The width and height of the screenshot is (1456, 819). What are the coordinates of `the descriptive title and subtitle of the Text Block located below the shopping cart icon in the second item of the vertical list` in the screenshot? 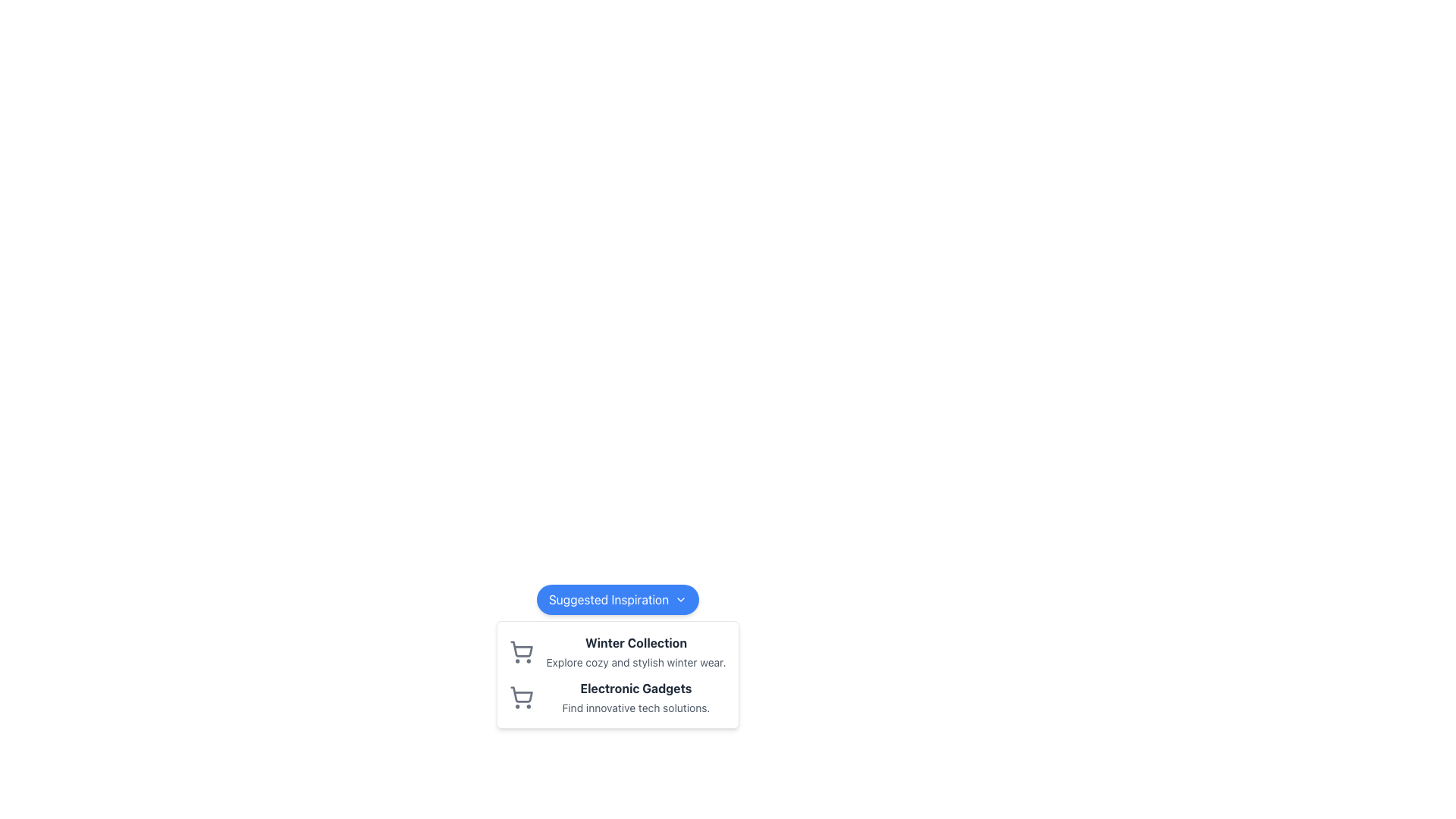 It's located at (636, 698).